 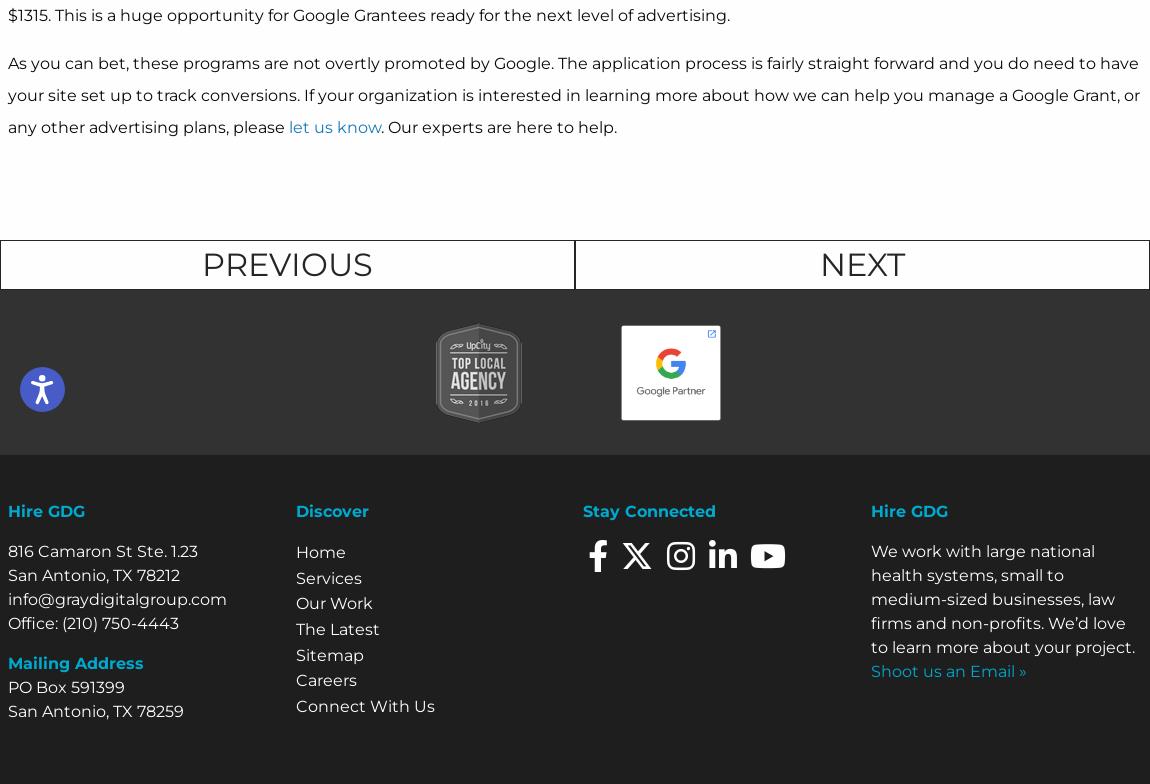 What do you see at coordinates (331, 511) in the screenshot?
I see `'Discover'` at bounding box center [331, 511].